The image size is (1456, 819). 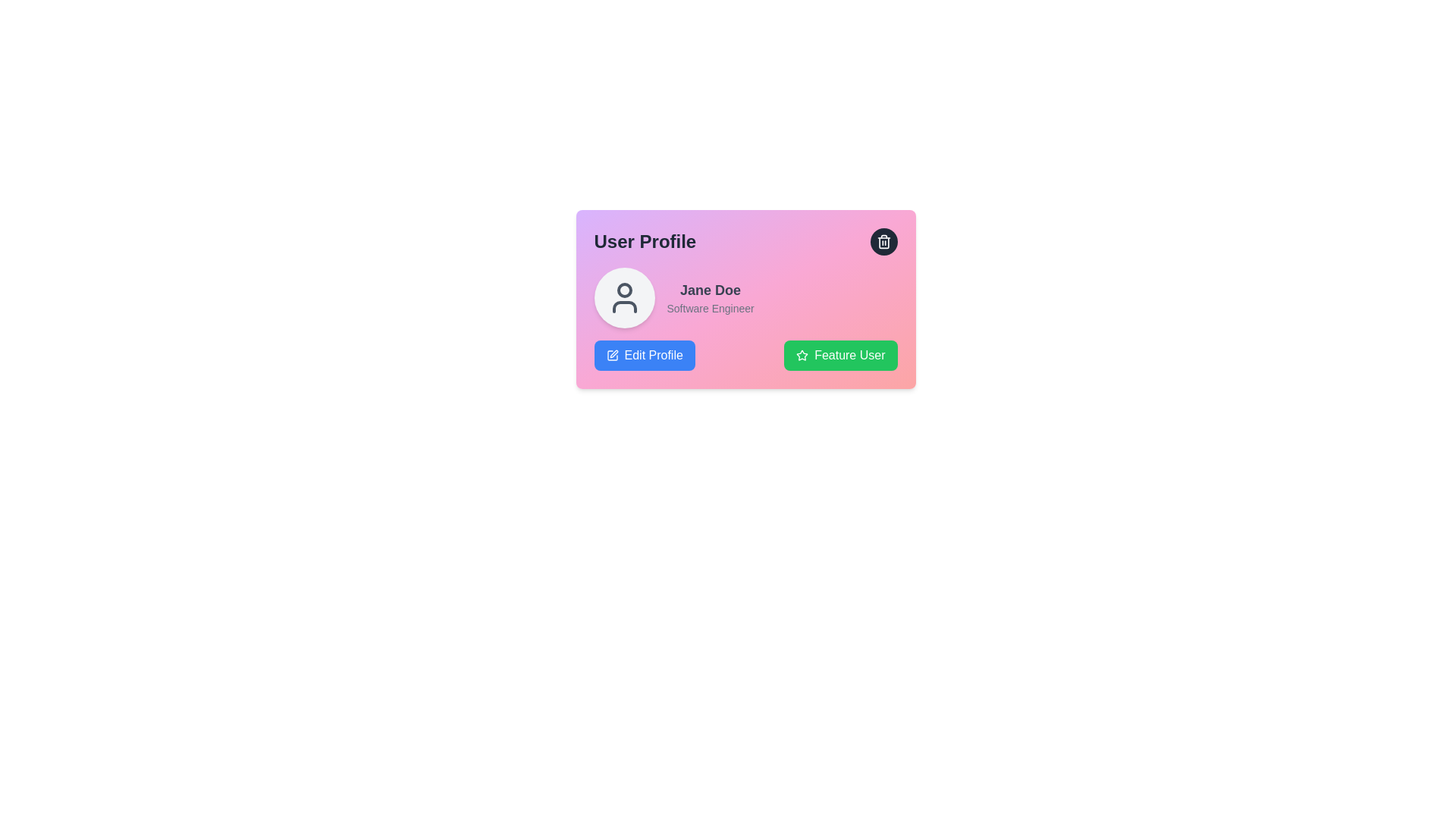 What do you see at coordinates (710, 290) in the screenshot?
I see `the text label displaying the name 'Jane Doe' located centrally within the user profile card, positioned above the text 'Software Engineer'` at bounding box center [710, 290].